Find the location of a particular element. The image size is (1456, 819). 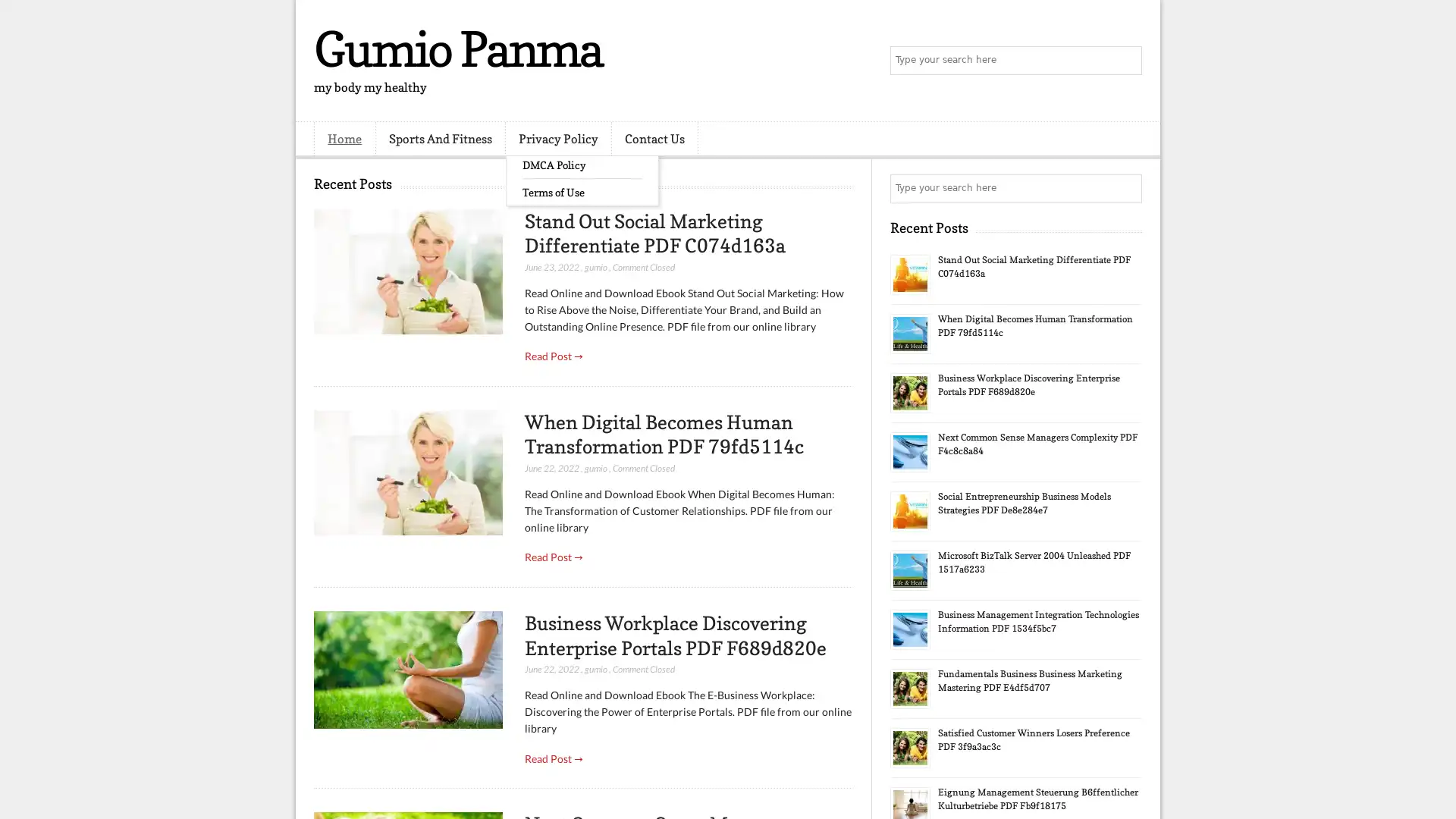

Search is located at coordinates (1126, 61).